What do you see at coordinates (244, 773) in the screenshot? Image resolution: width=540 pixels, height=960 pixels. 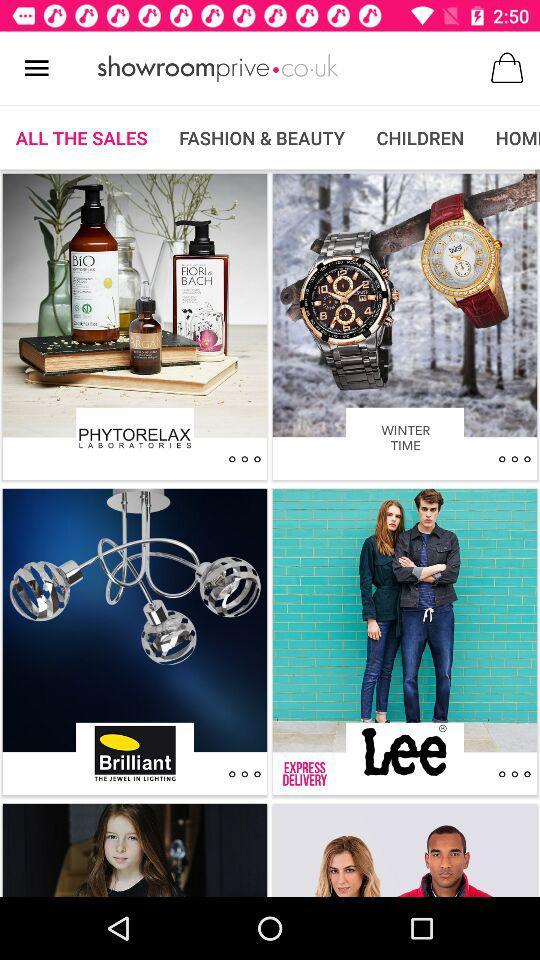 I see `other options` at bounding box center [244, 773].